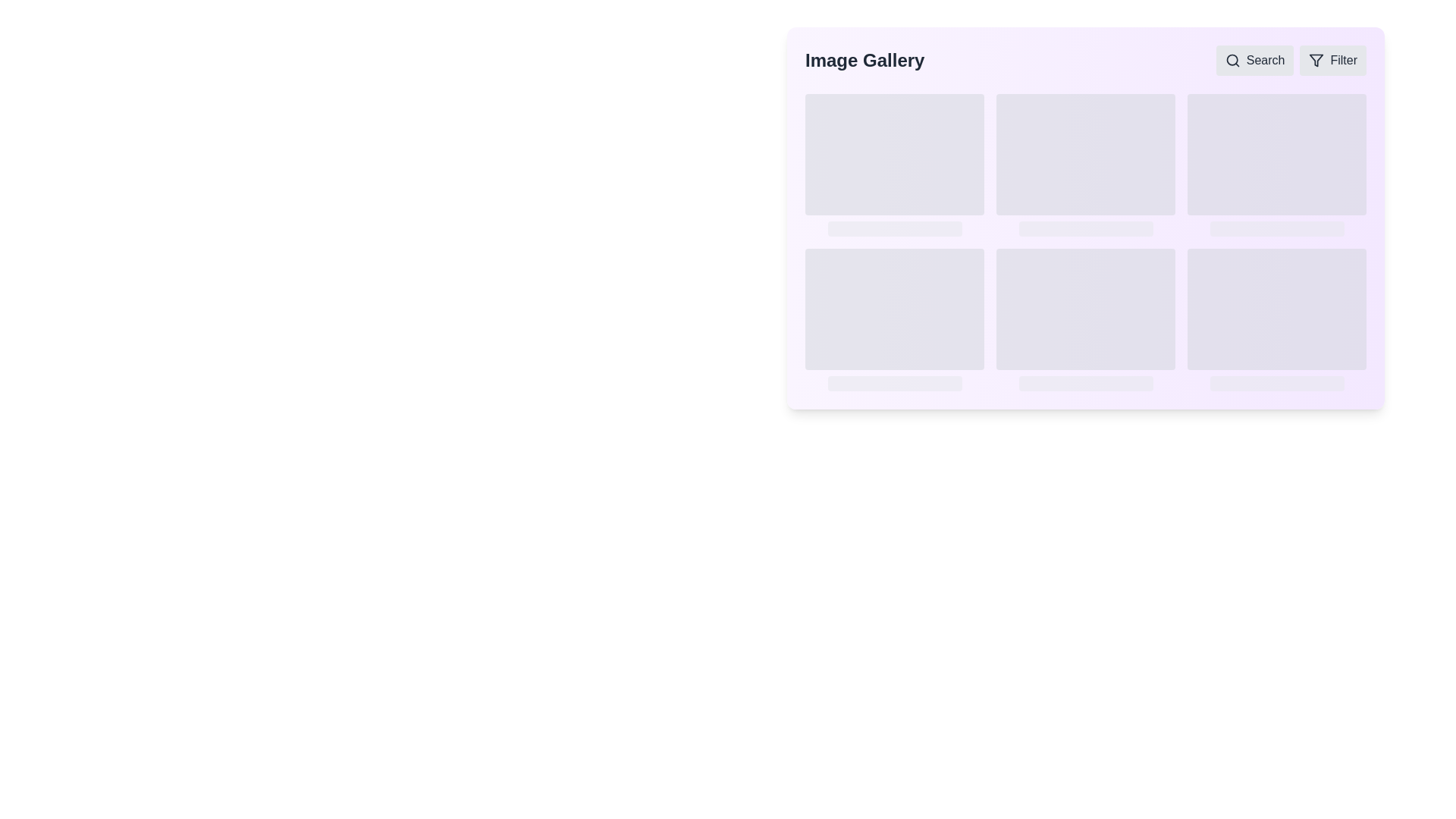 This screenshot has width=1456, height=819. What do you see at coordinates (1276, 155) in the screenshot?
I see `the placeholder element located in the top right quadrant of the grid-based gallery layout, which serves as a frame for content` at bounding box center [1276, 155].